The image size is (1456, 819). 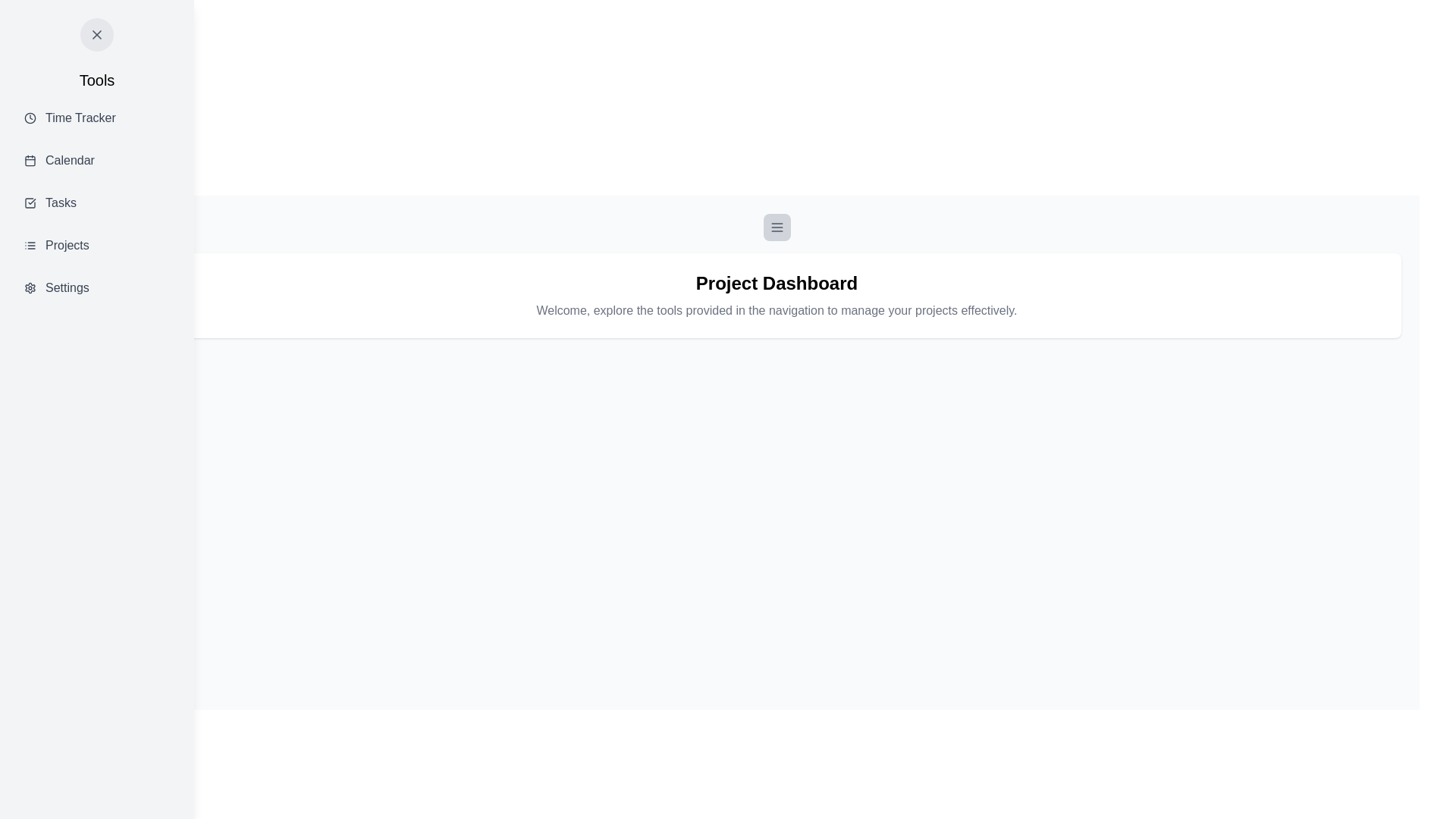 I want to click on the gray rectangular button with rounded corners, featuring three horizontal lines, so click(x=777, y=227).